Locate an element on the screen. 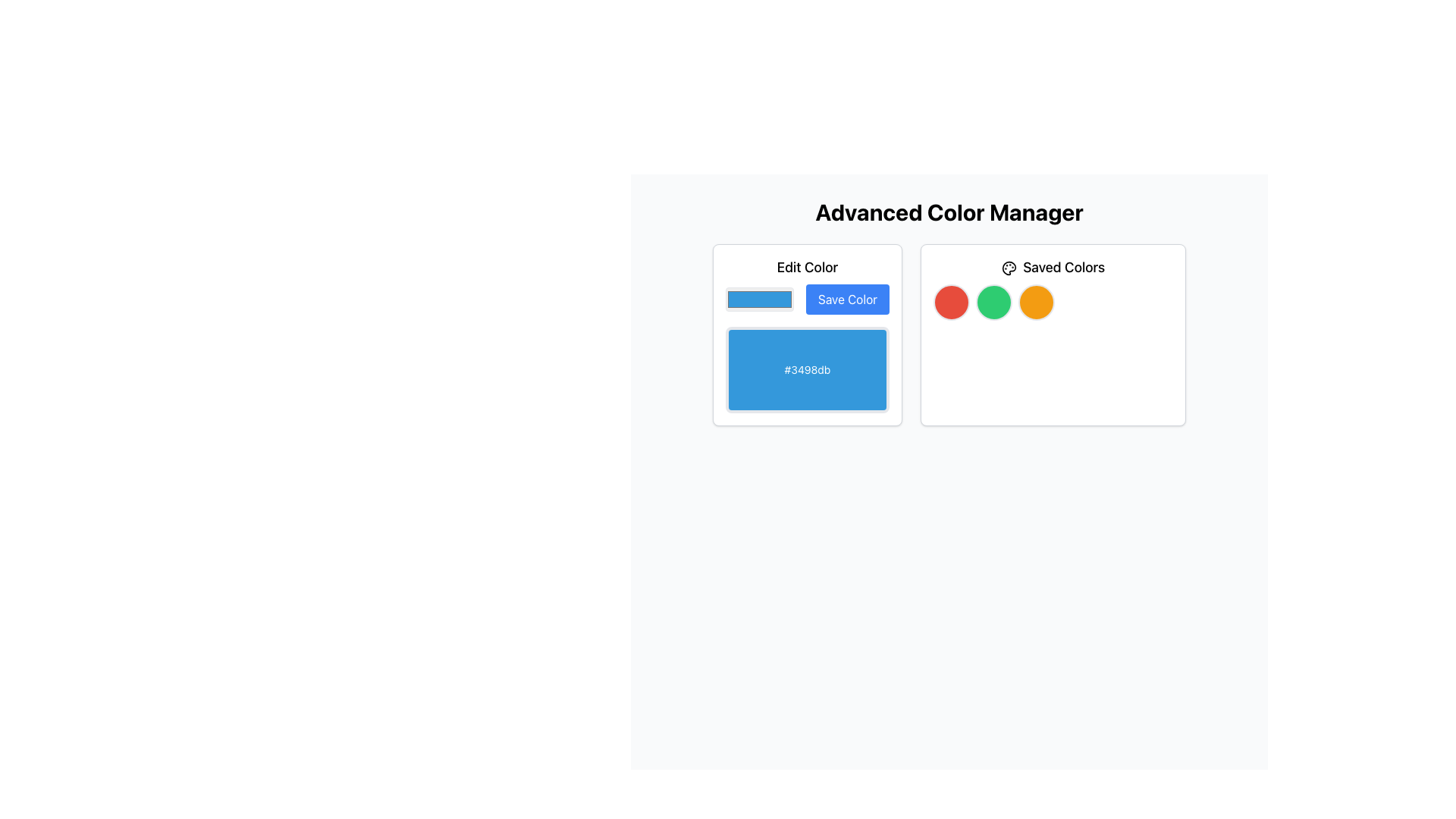  the Preview Box which visually represents a color and displays its hex code, located in the 'Edit Color' panel below the color input field and above the 'Save Color' button is located at coordinates (807, 370).